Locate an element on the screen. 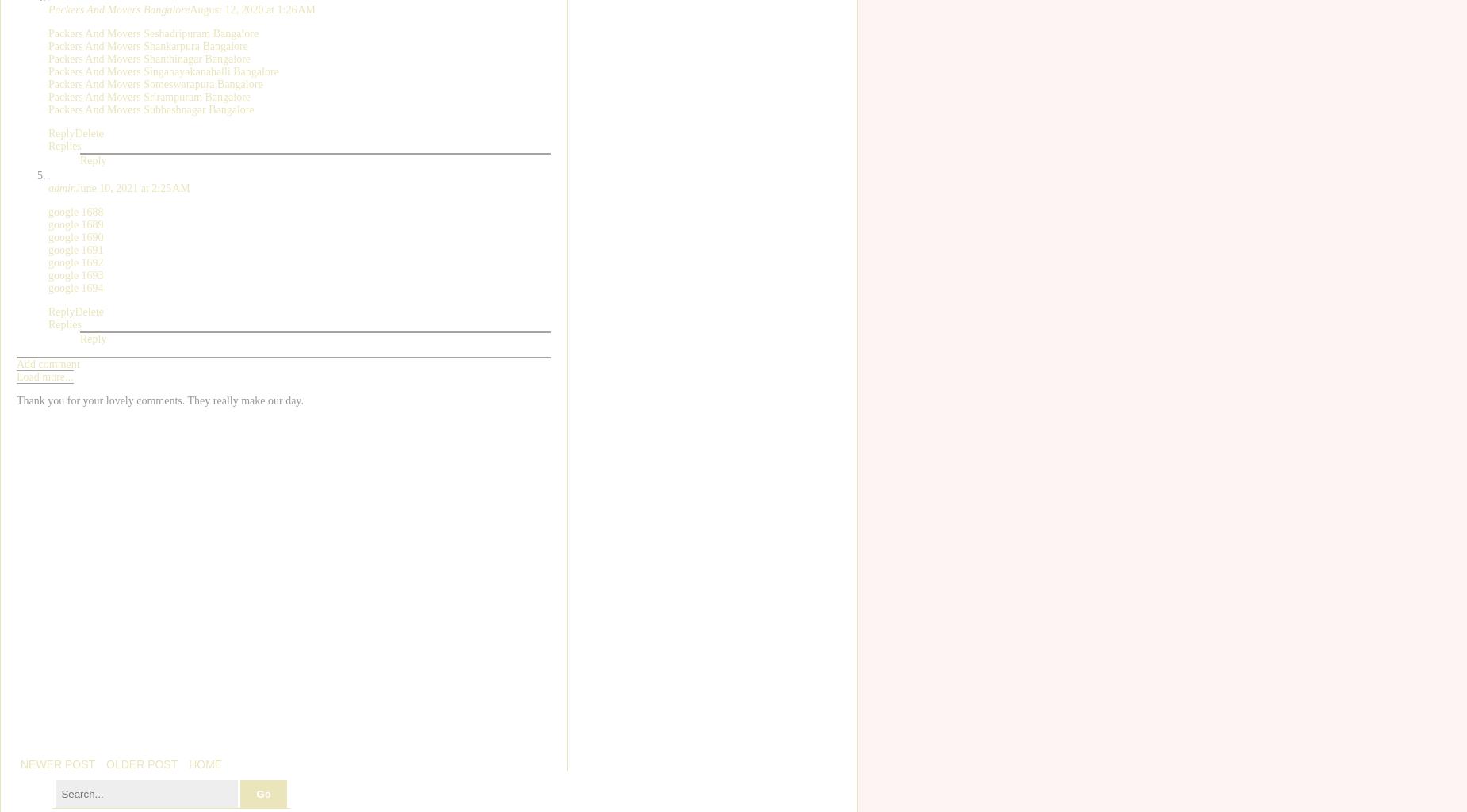 Image resolution: width=1467 pixels, height=812 pixels. 'Home' is located at coordinates (205, 763).